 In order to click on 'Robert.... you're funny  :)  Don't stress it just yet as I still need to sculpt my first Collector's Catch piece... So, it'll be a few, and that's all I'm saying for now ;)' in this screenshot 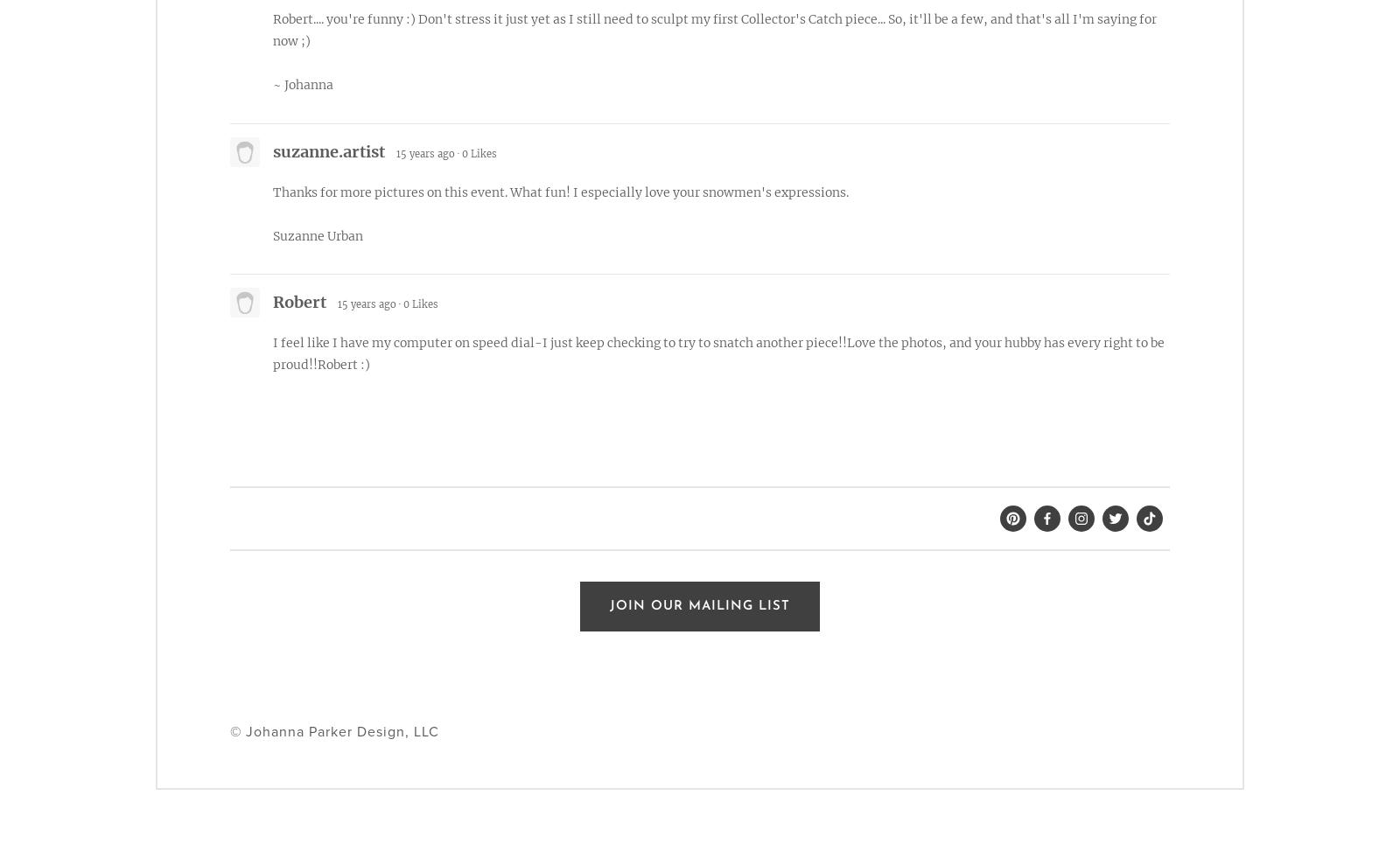, I will do `click(273, 29)`.